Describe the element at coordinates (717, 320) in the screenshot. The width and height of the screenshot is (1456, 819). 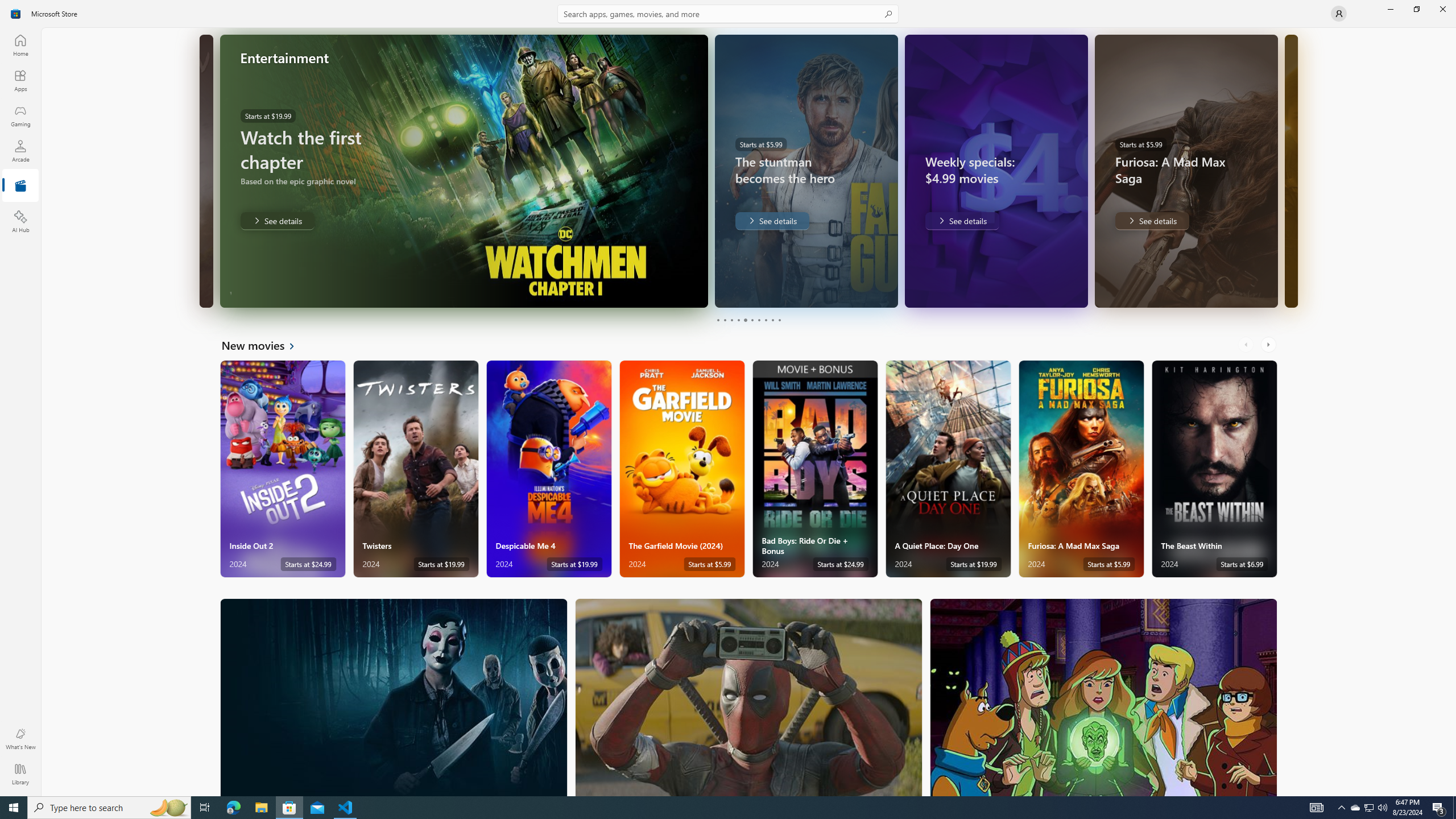
I see `'Page 1'` at that location.